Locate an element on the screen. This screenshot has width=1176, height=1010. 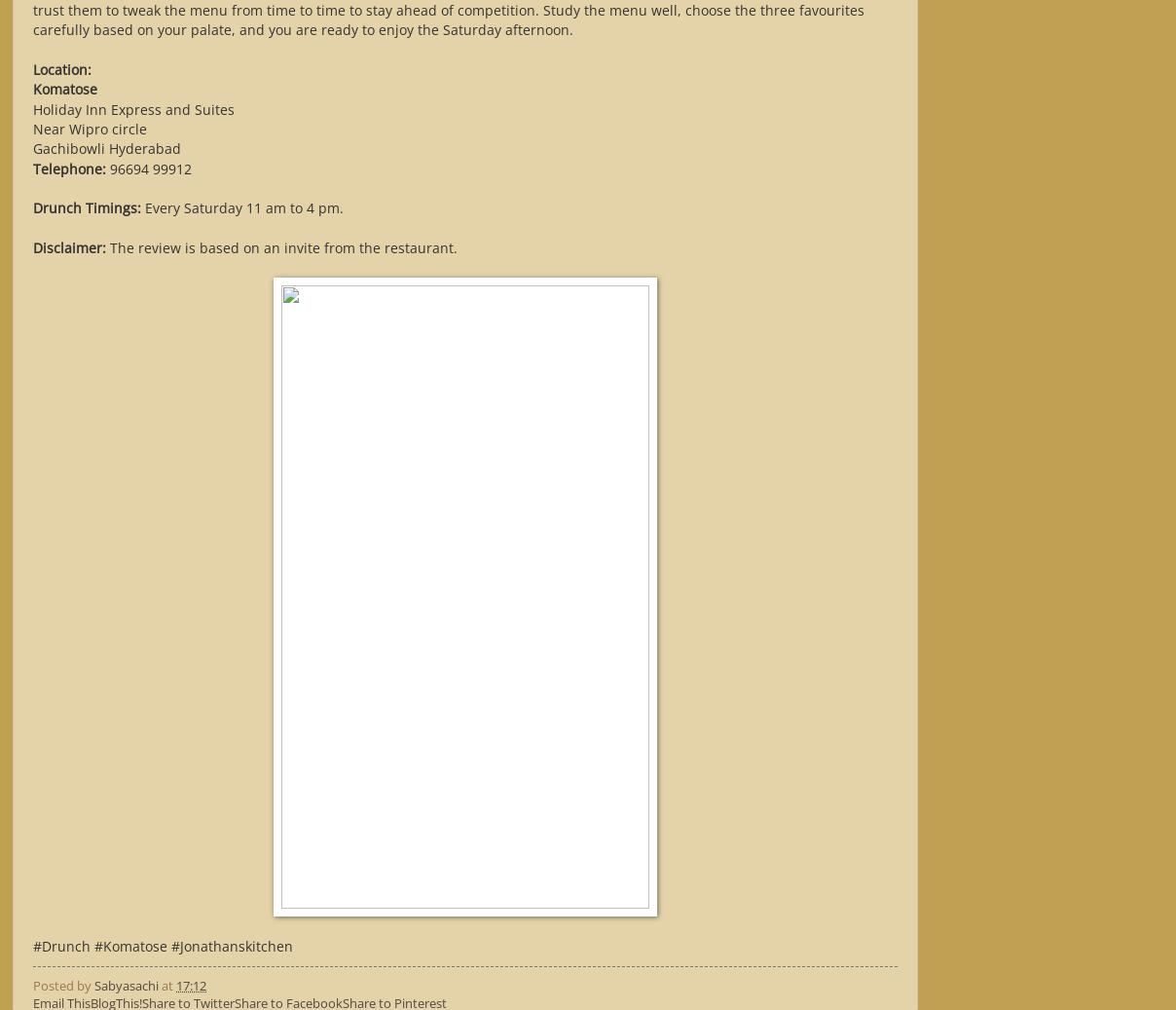
'The review is based on an invite from the restaurant.' is located at coordinates (104, 245).